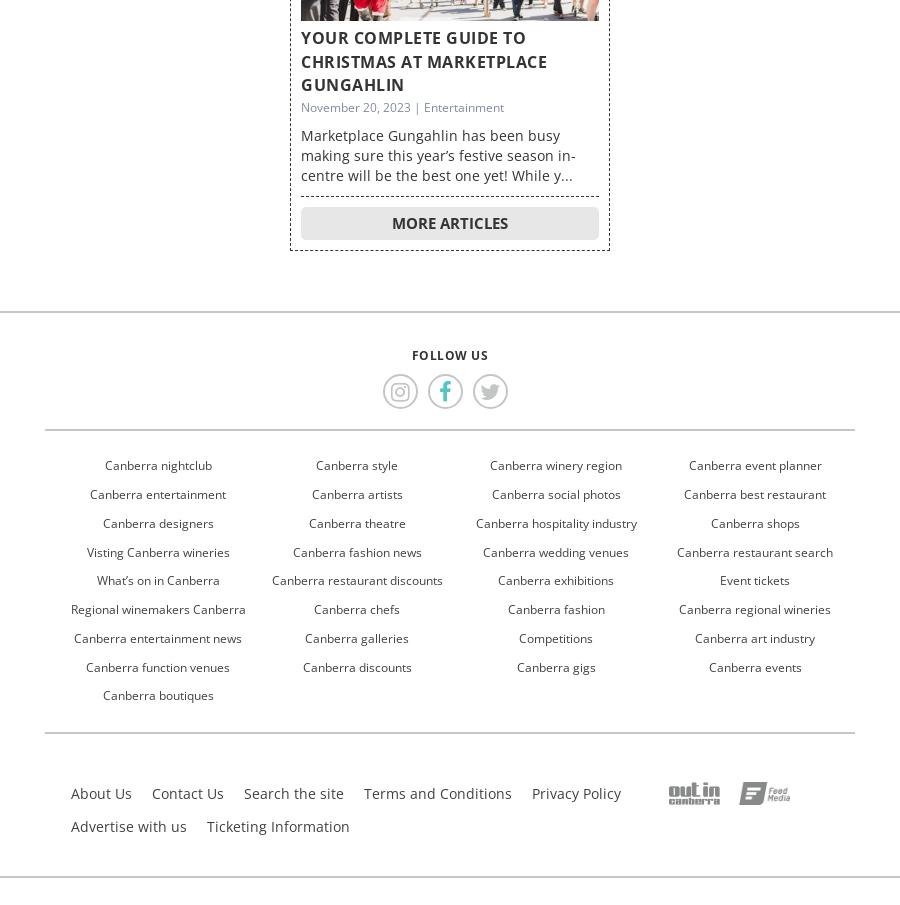  I want to click on 'Privacy Policy', so click(576, 792).